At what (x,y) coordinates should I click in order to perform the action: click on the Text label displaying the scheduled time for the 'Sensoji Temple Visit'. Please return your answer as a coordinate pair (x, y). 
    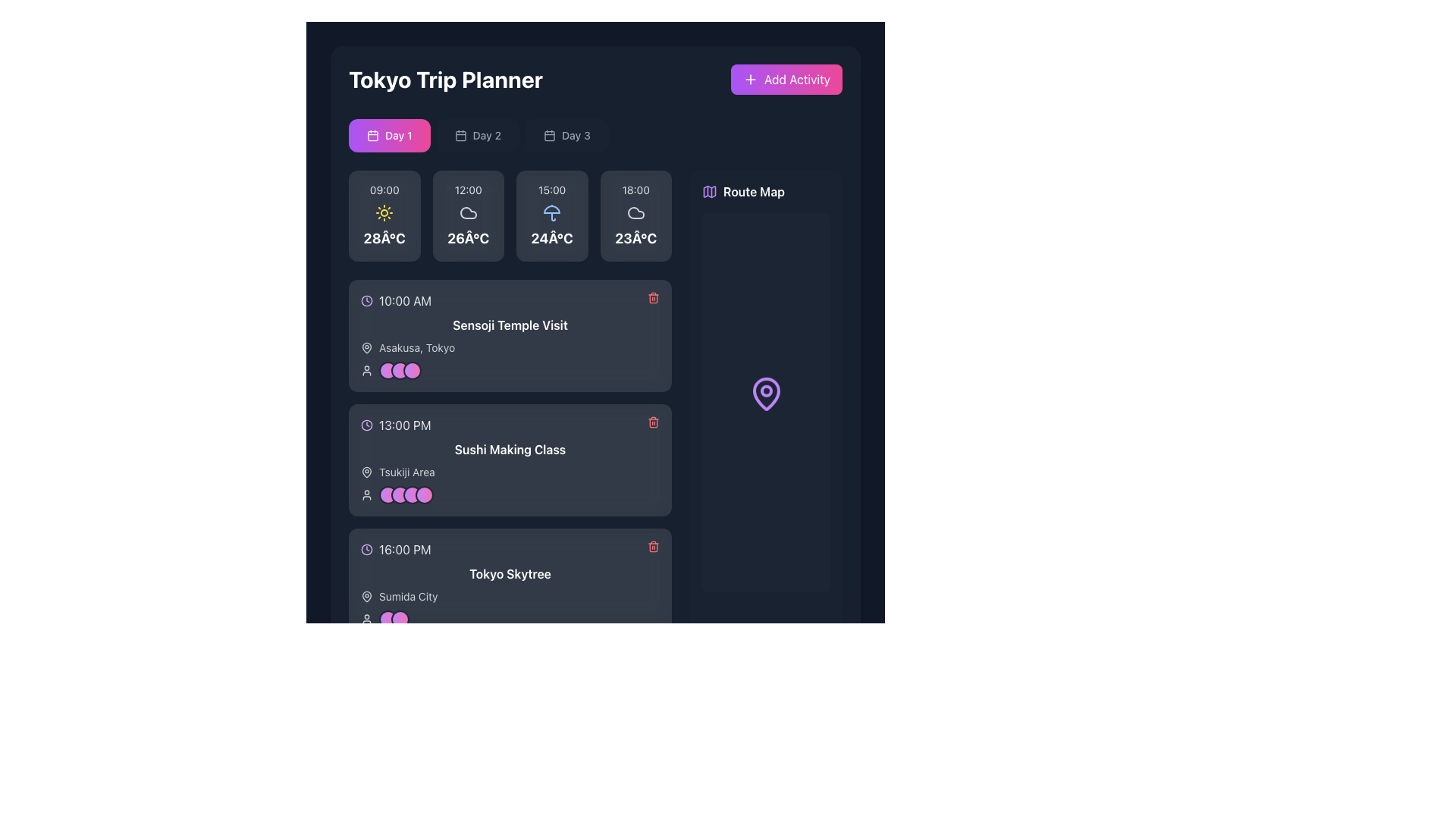
    Looking at the image, I should click on (405, 301).